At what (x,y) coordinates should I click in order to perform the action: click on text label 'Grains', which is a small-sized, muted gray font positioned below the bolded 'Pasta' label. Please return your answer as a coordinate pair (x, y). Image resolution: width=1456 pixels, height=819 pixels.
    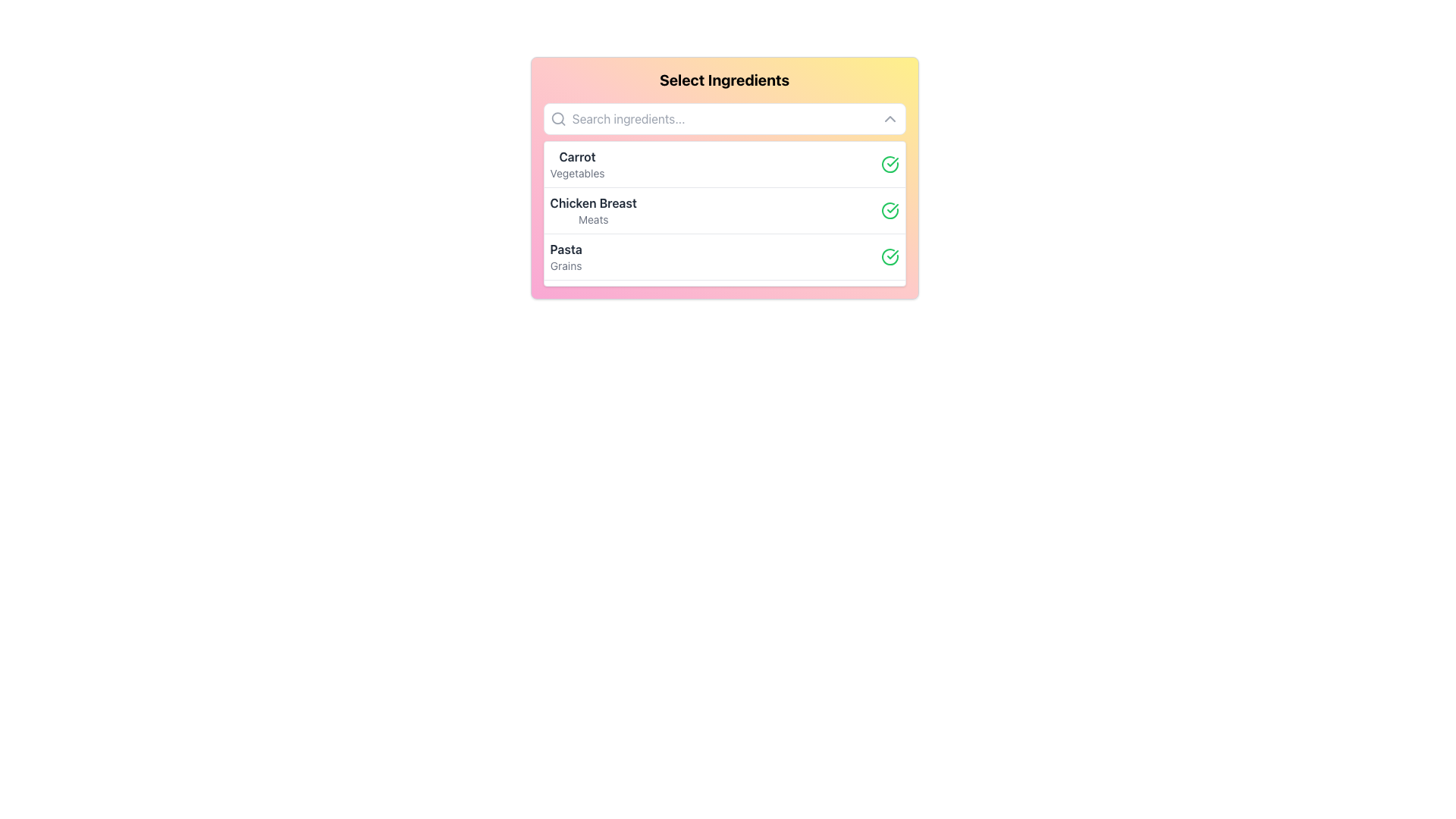
    Looking at the image, I should click on (565, 265).